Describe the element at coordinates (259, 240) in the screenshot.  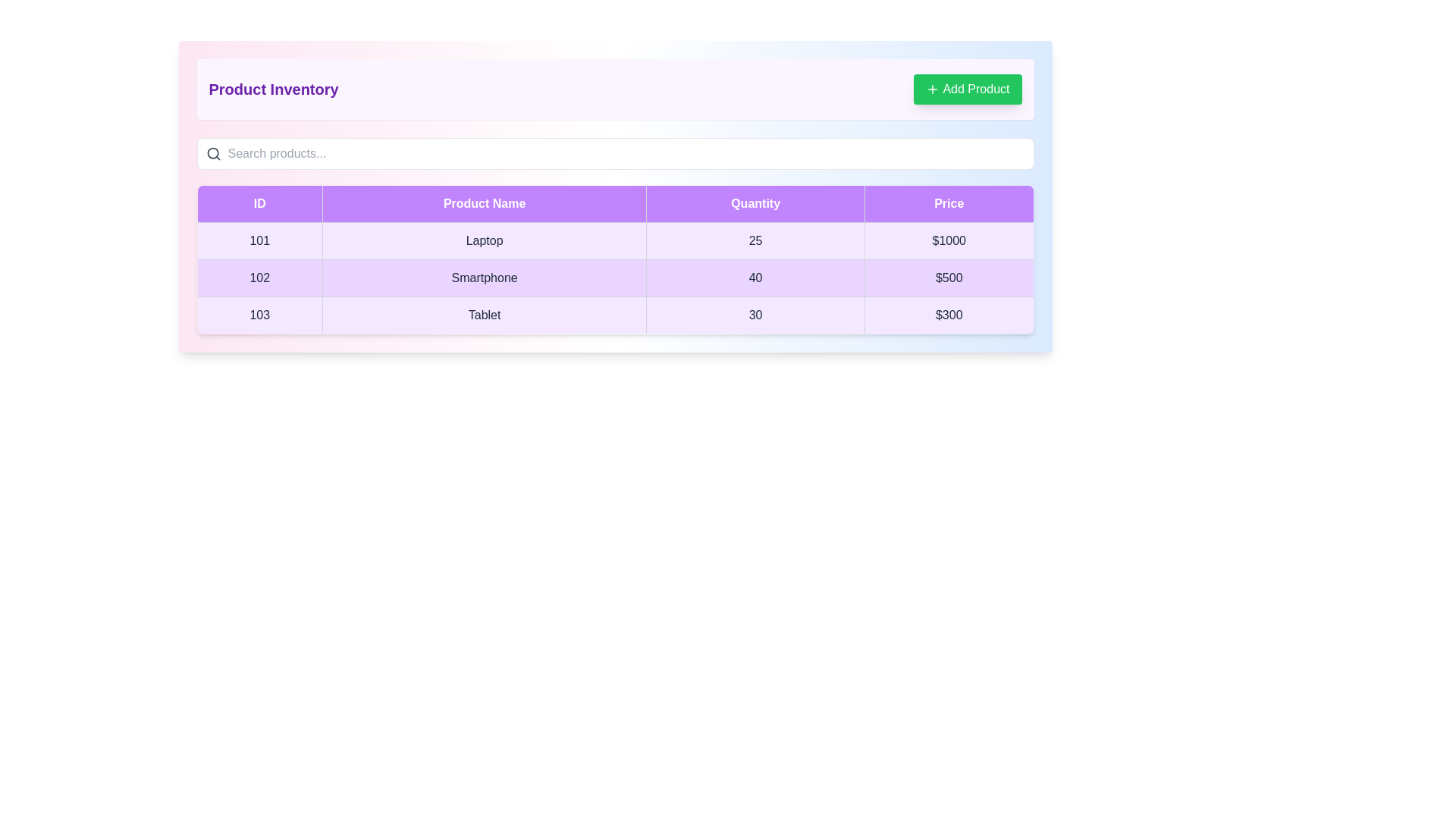
I see `unique identifier or serial number displayed in the first table cell under the 'ID' header, located in the top-left section of the grid` at that location.